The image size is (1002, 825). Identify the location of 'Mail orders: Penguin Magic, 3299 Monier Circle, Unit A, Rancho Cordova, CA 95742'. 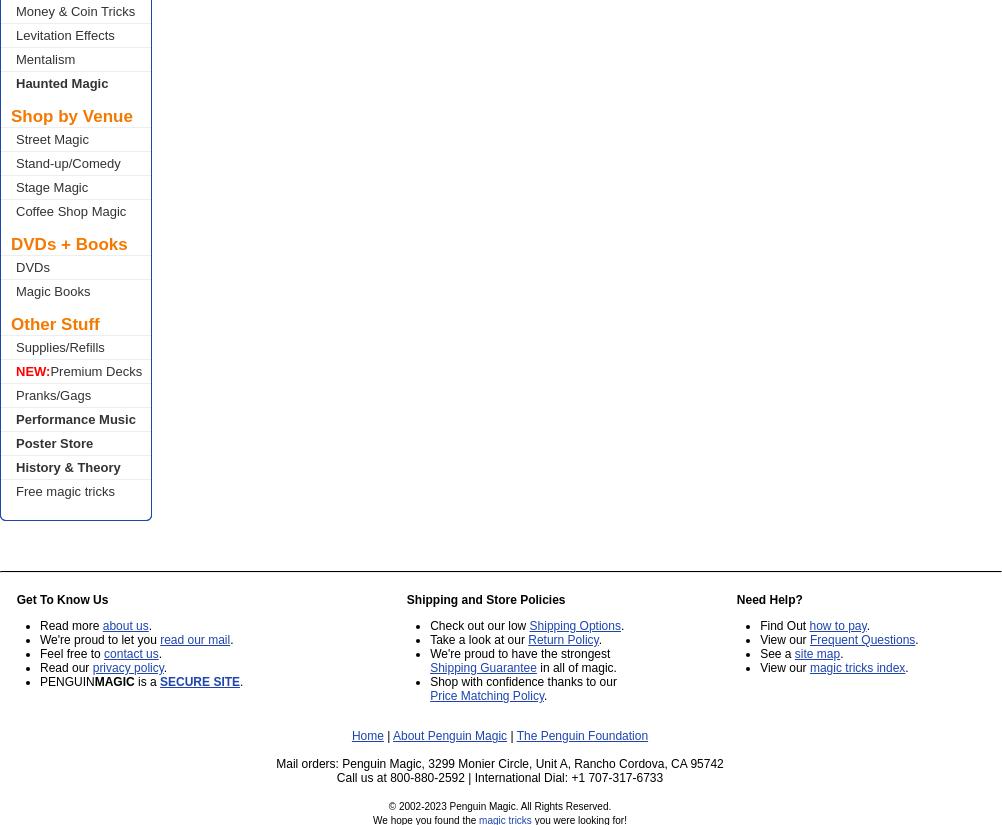
(498, 763).